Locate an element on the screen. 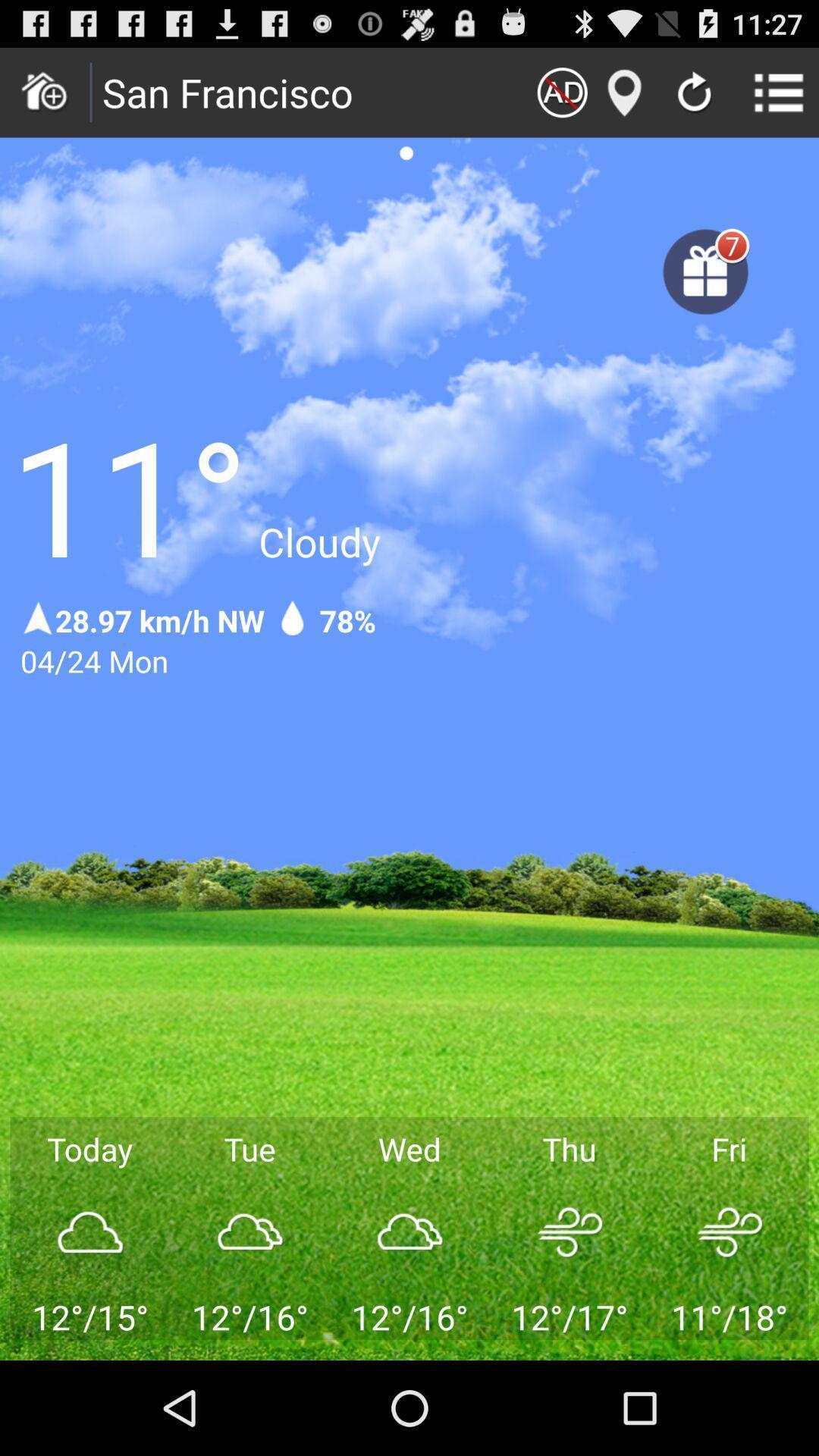 The width and height of the screenshot is (819, 1456). the home icon is located at coordinates (44, 98).